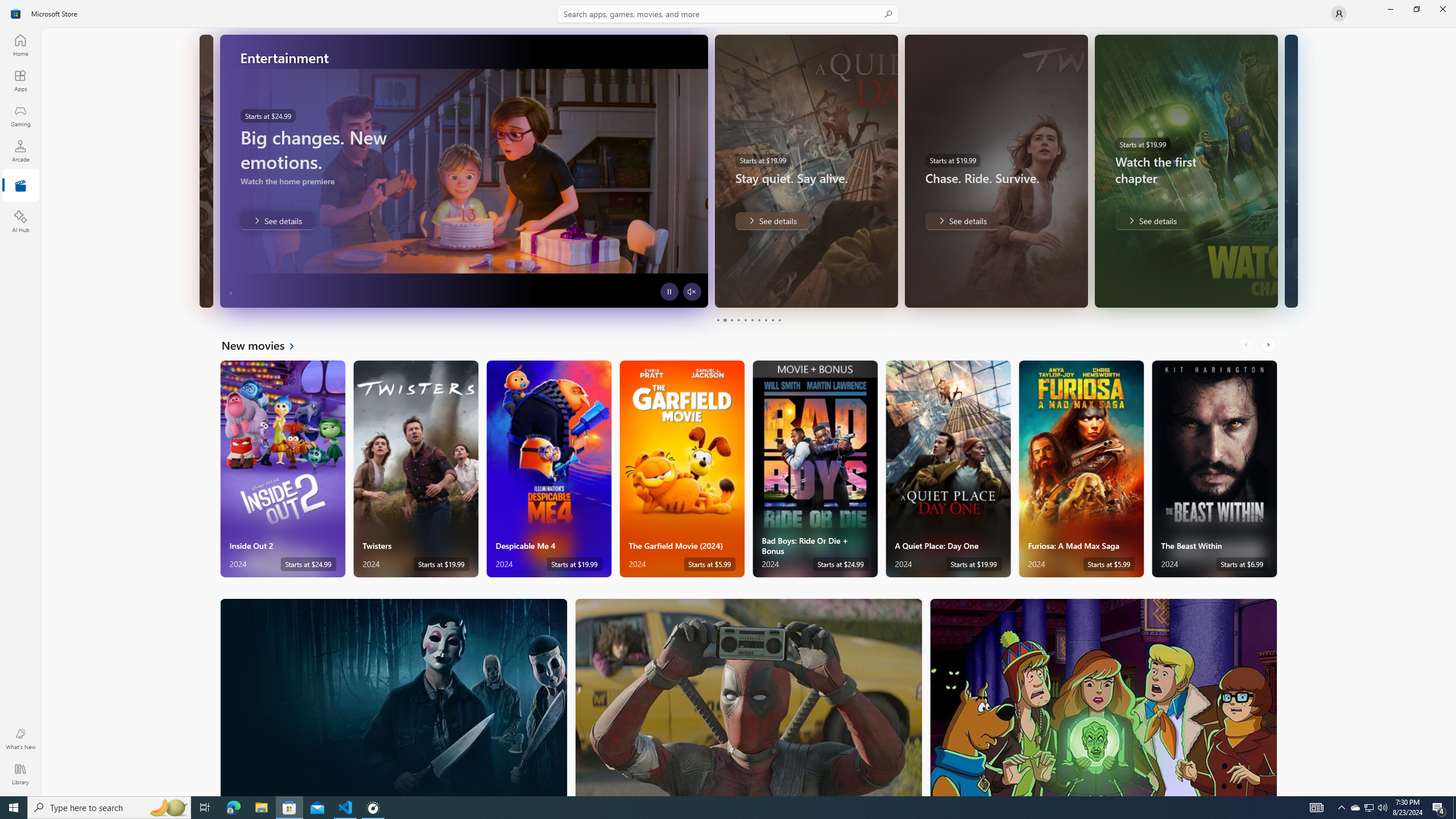 The width and height of the screenshot is (1456, 819). I want to click on 'Page 3', so click(731, 320).